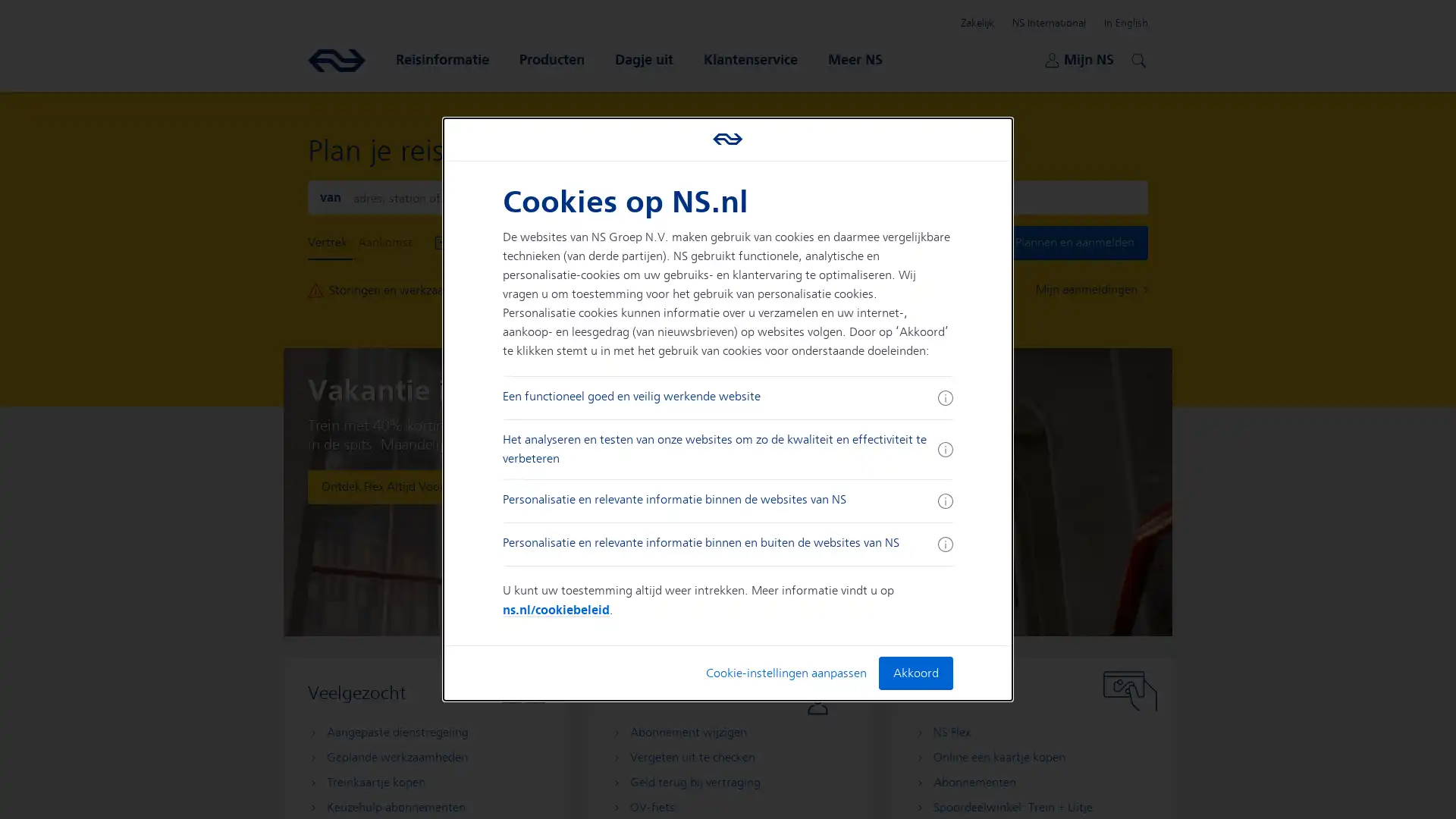  Describe the element at coordinates (750, 58) in the screenshot. I see `Klantenservice Open submenu` at that location.